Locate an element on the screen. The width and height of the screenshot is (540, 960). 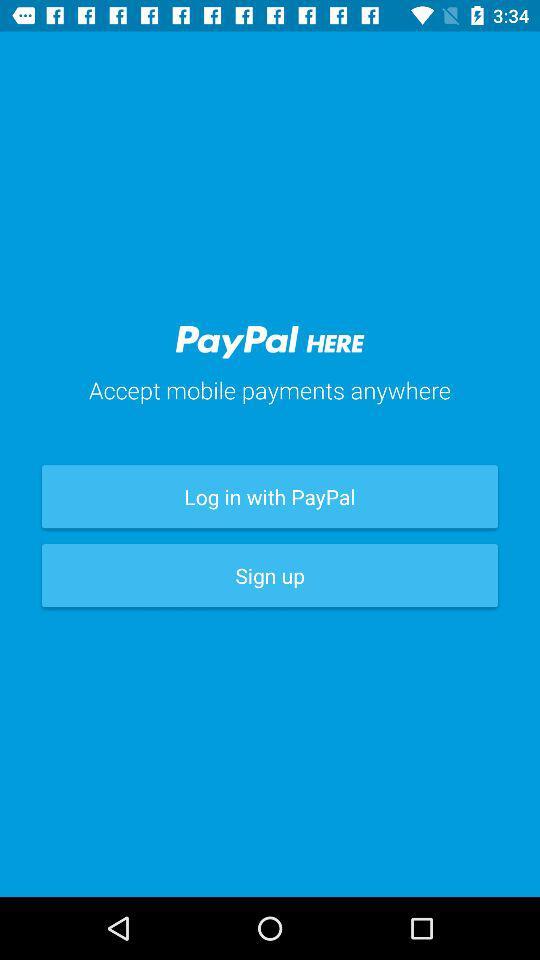
the sign up is located at coordinates (270, 575).